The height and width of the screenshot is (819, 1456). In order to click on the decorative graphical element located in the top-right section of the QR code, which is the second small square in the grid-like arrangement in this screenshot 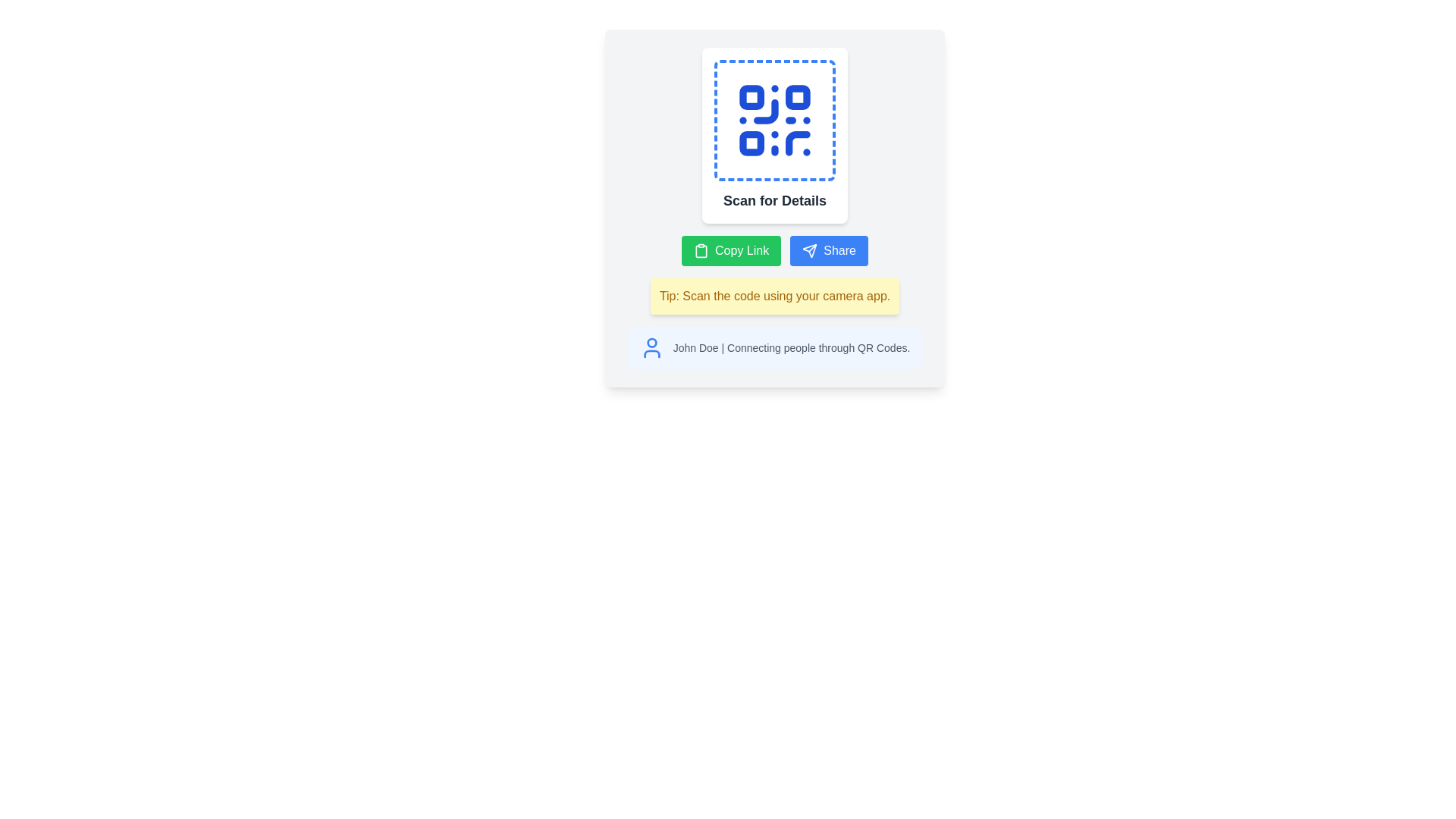, I will do `click(797, 97)`.